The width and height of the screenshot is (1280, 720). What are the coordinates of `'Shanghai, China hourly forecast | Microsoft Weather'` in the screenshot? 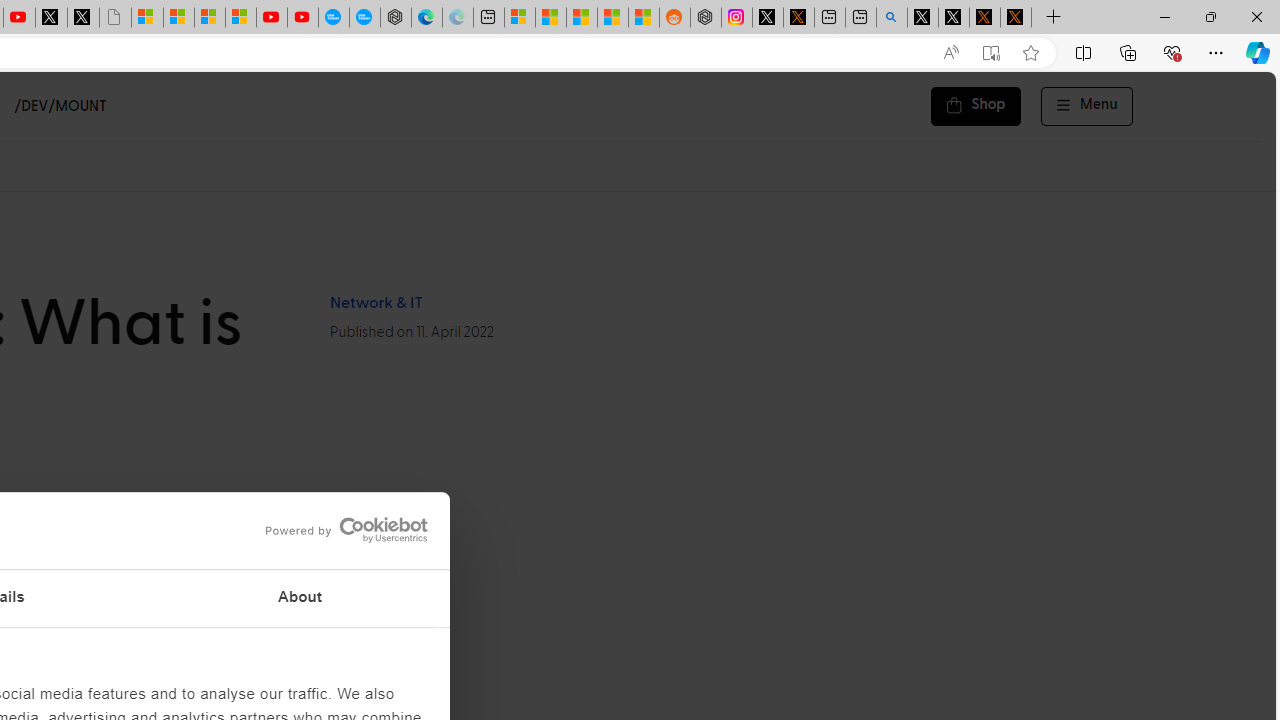 It's located at (580, 17).